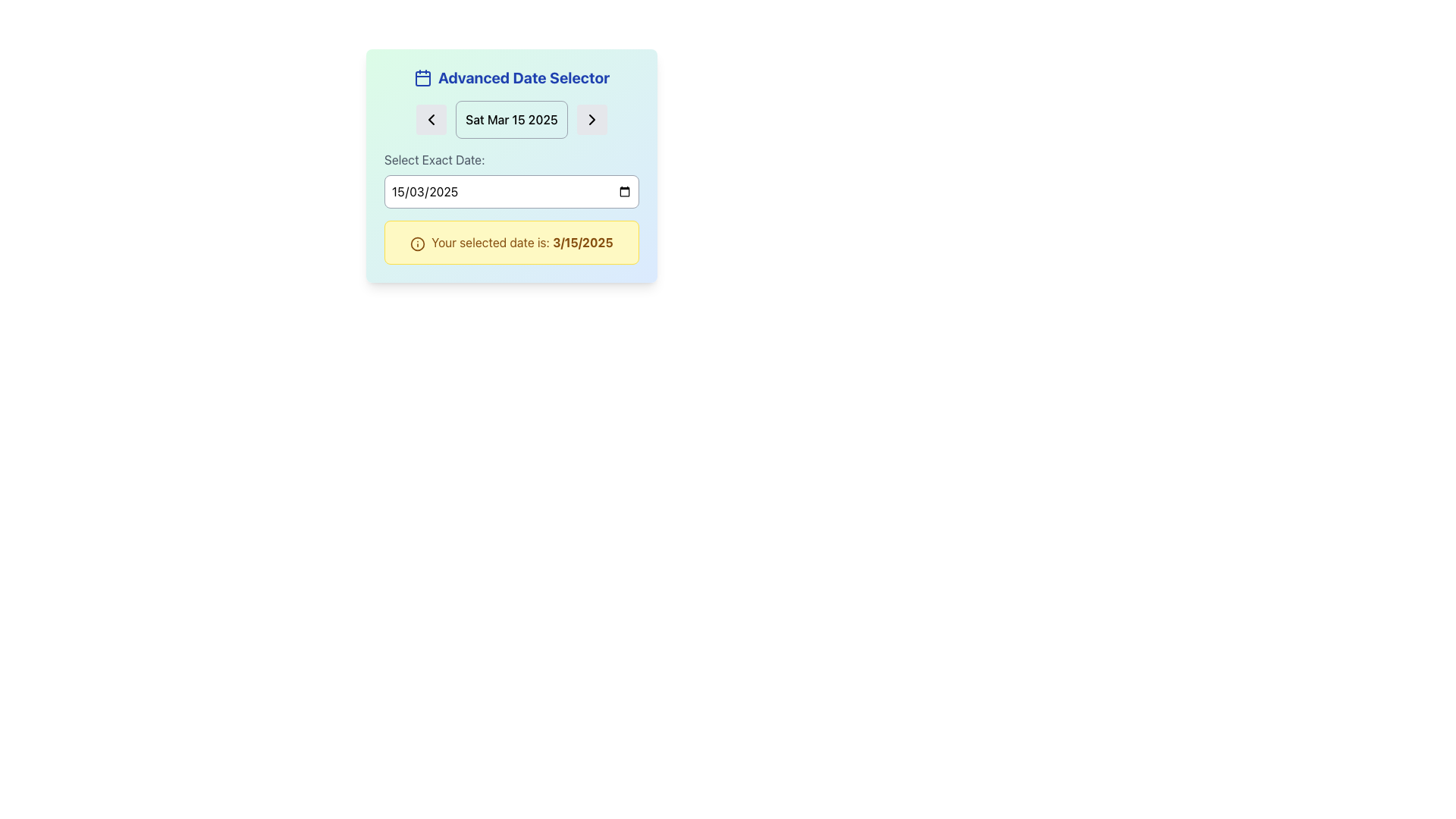  What do you see at coordinates (524, 78) in the screenshot?
I see `the 'Advanced Date Selector' text label at the top-center of the UI` at bounding box center [524, 78].